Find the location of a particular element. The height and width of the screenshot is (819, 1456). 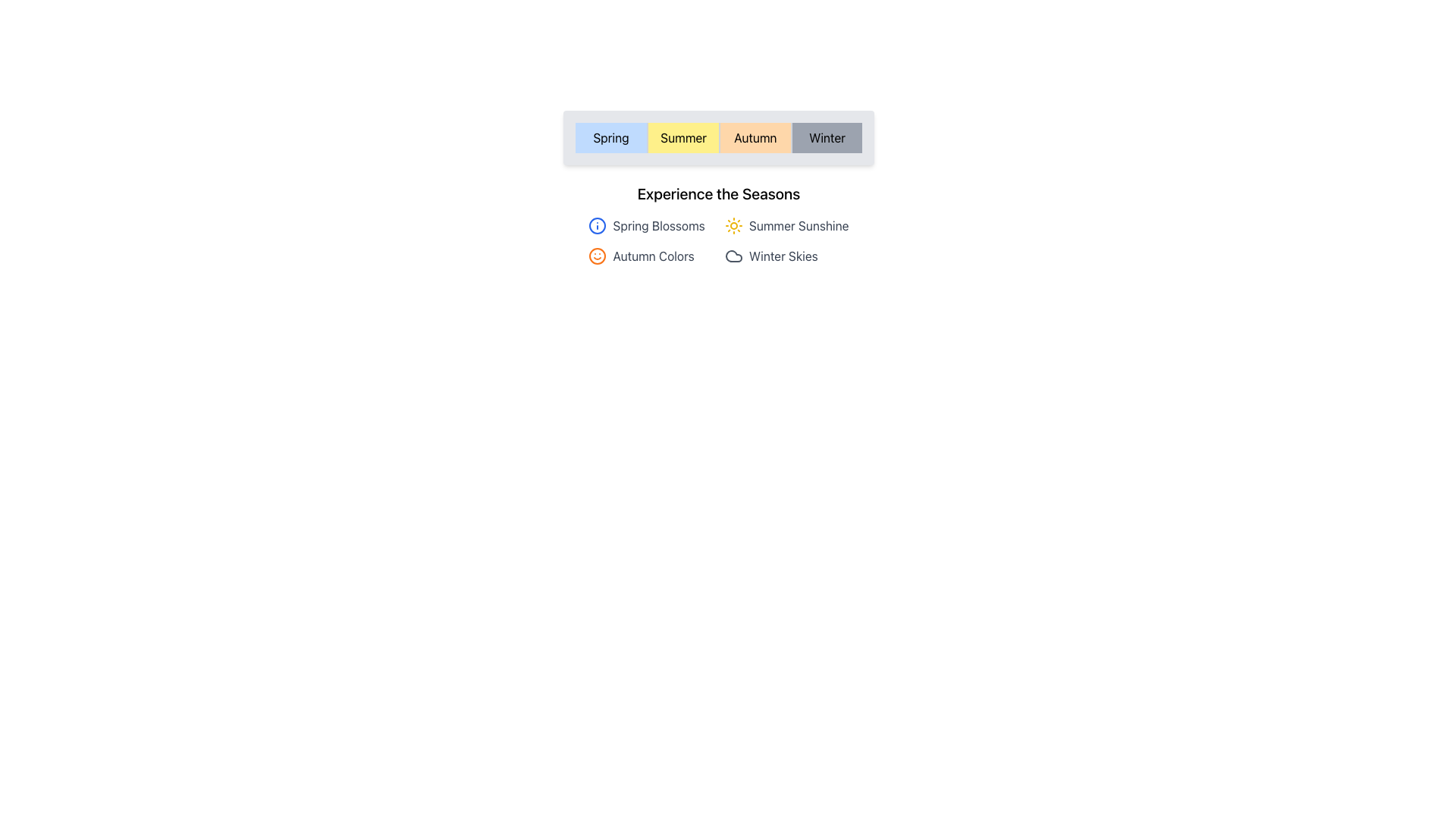

the 'Autumn' button, which is a rectangular button with a light orange background and bold text, positioned between the 'Summer' and 'Winter' buttons is located at coordinates (755, 137).